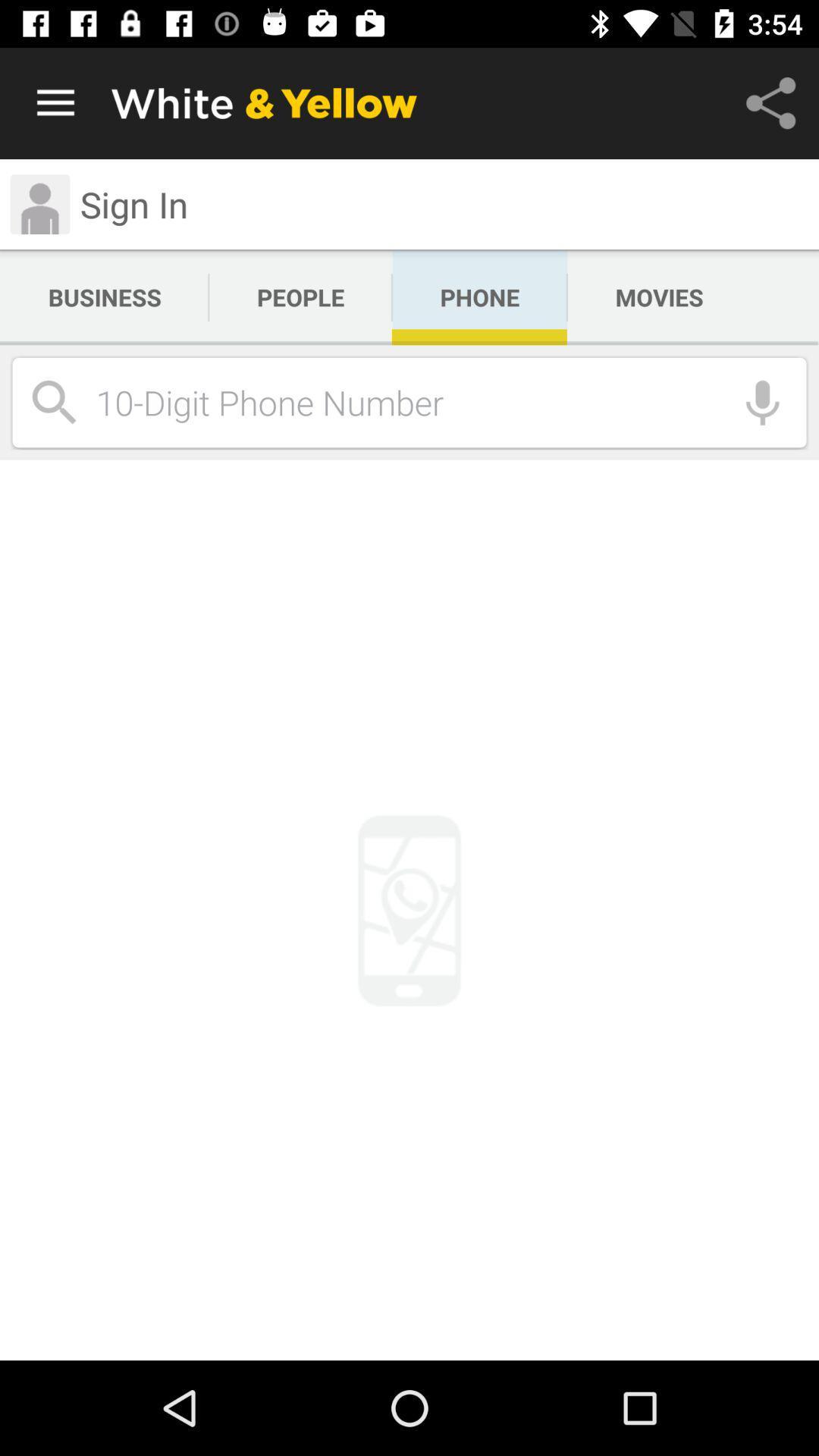  I want to click on the icon to the left of phone icon, so click(300, 297).